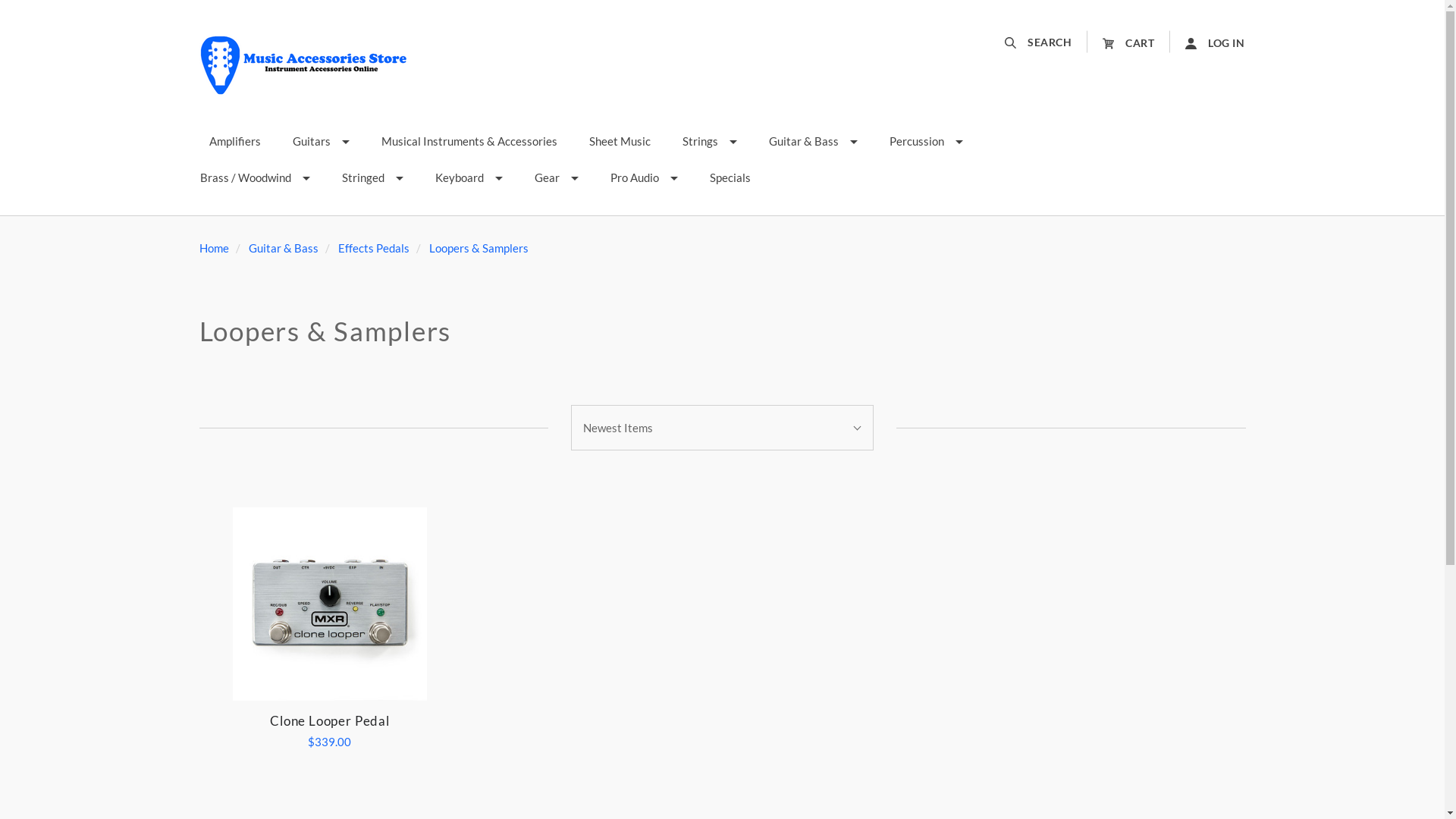  What do you see at coordinates (644, 177) in the screenshot?
I see `'Pro Audio'` at bounding box center [644, 177].